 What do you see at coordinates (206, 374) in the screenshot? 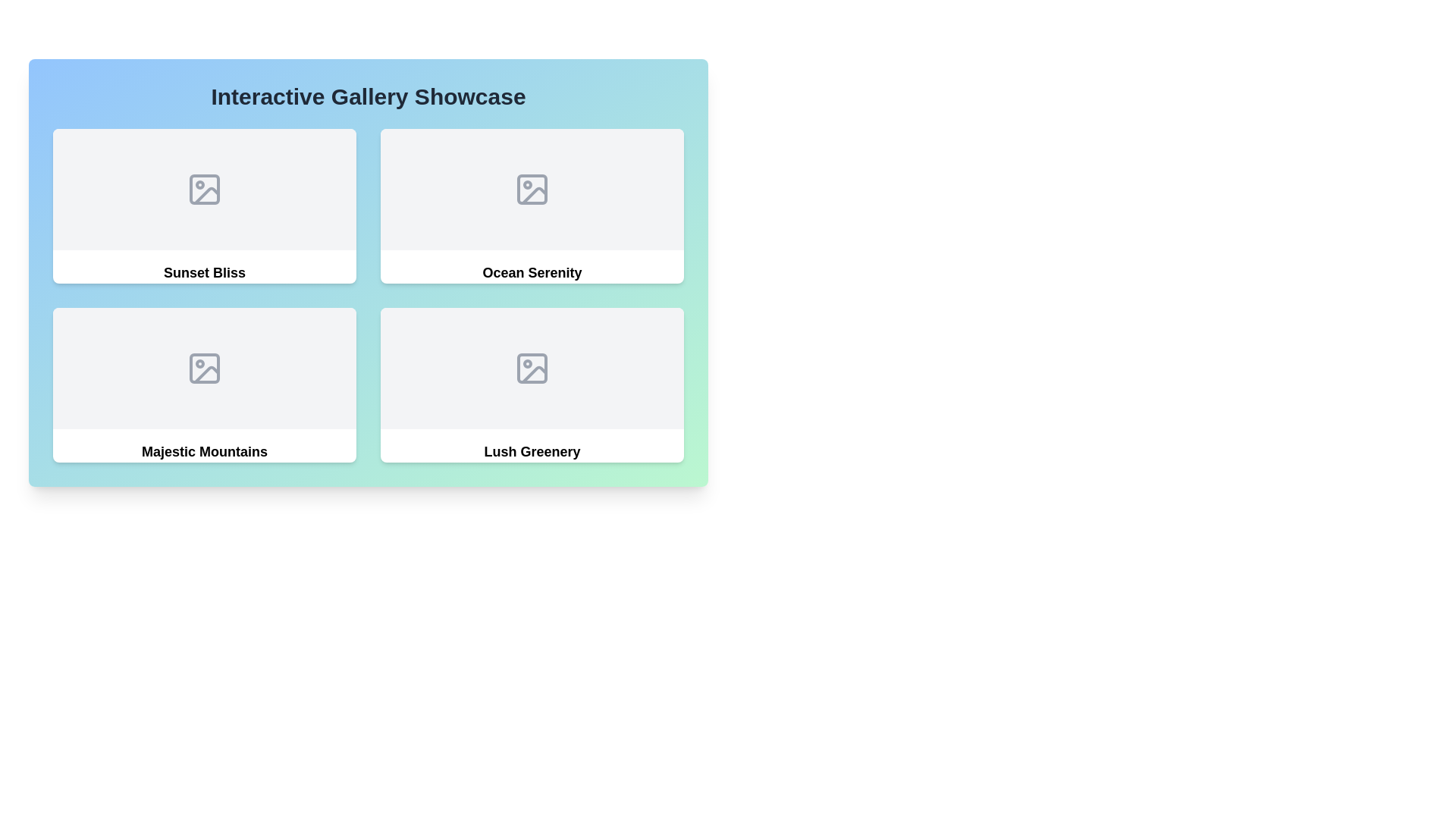
I see `the slanted line icon within the 'Majestic Mountains' card's square image placeholder, which is rendered in gray color` at bounding box center [206, 374].